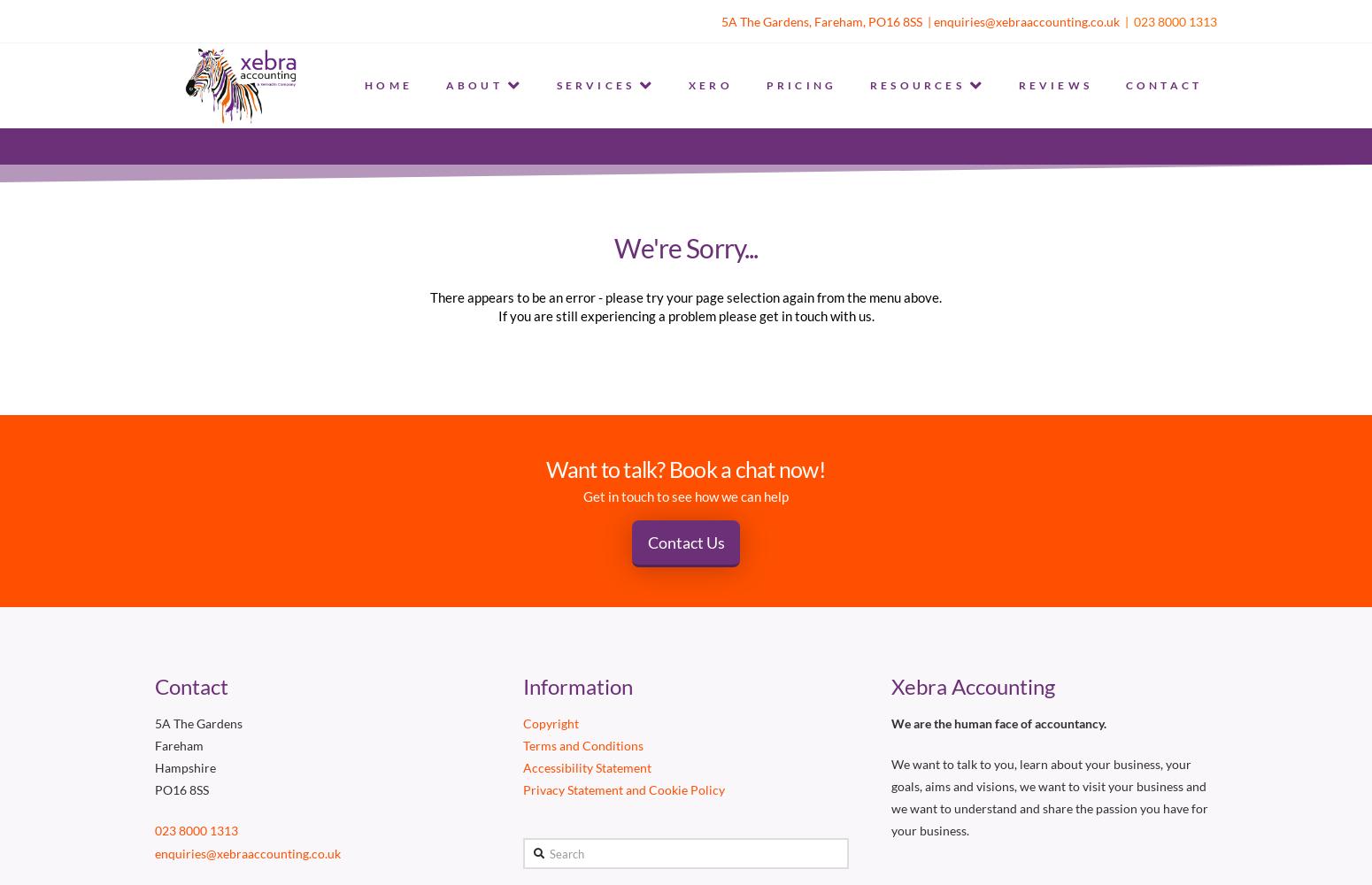  What do you see at coordinates (881, 158) in the screenshot?
I see `'BLOG'` at bounding box center [881, 158].